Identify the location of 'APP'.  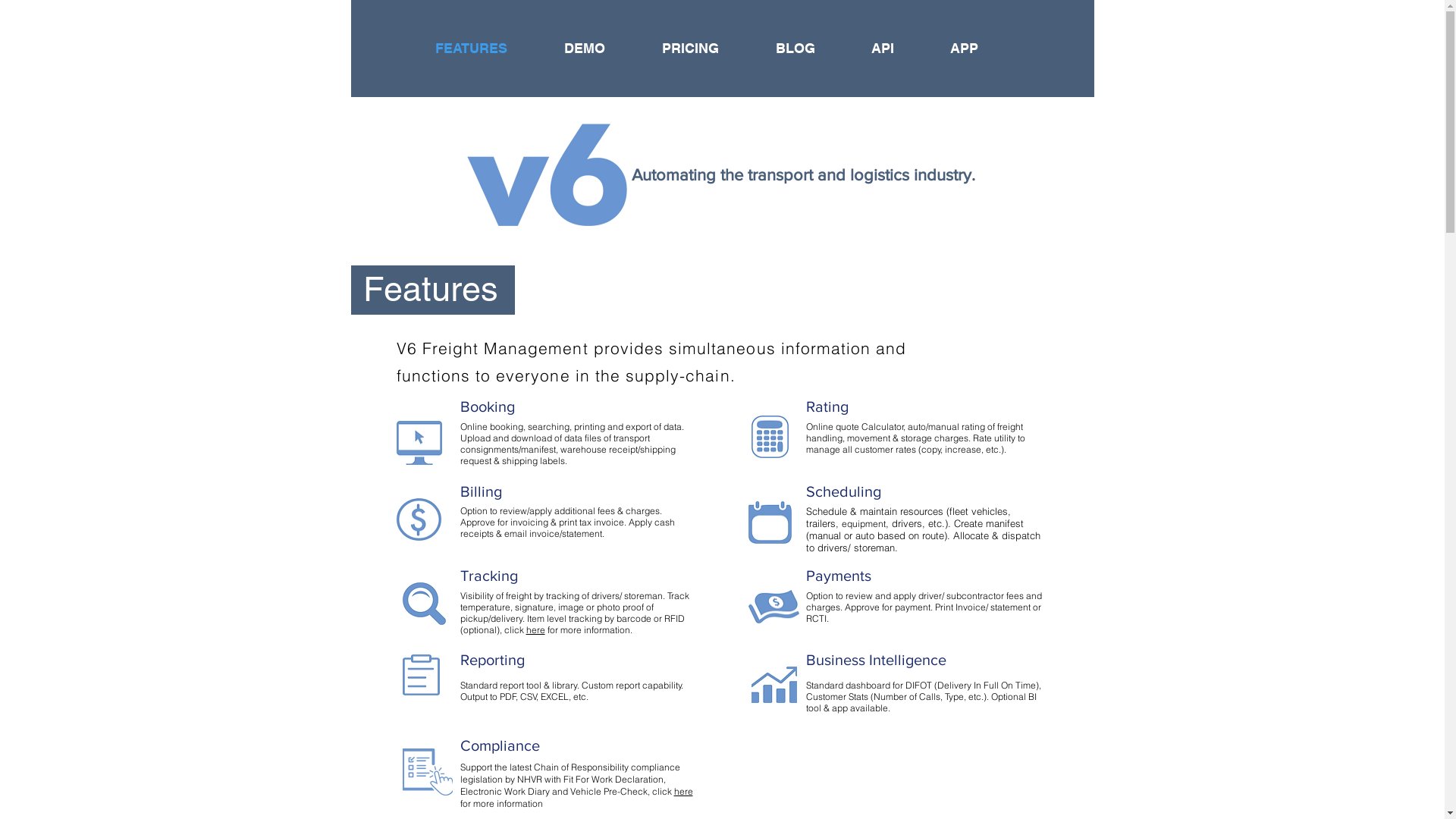
(981, 48).